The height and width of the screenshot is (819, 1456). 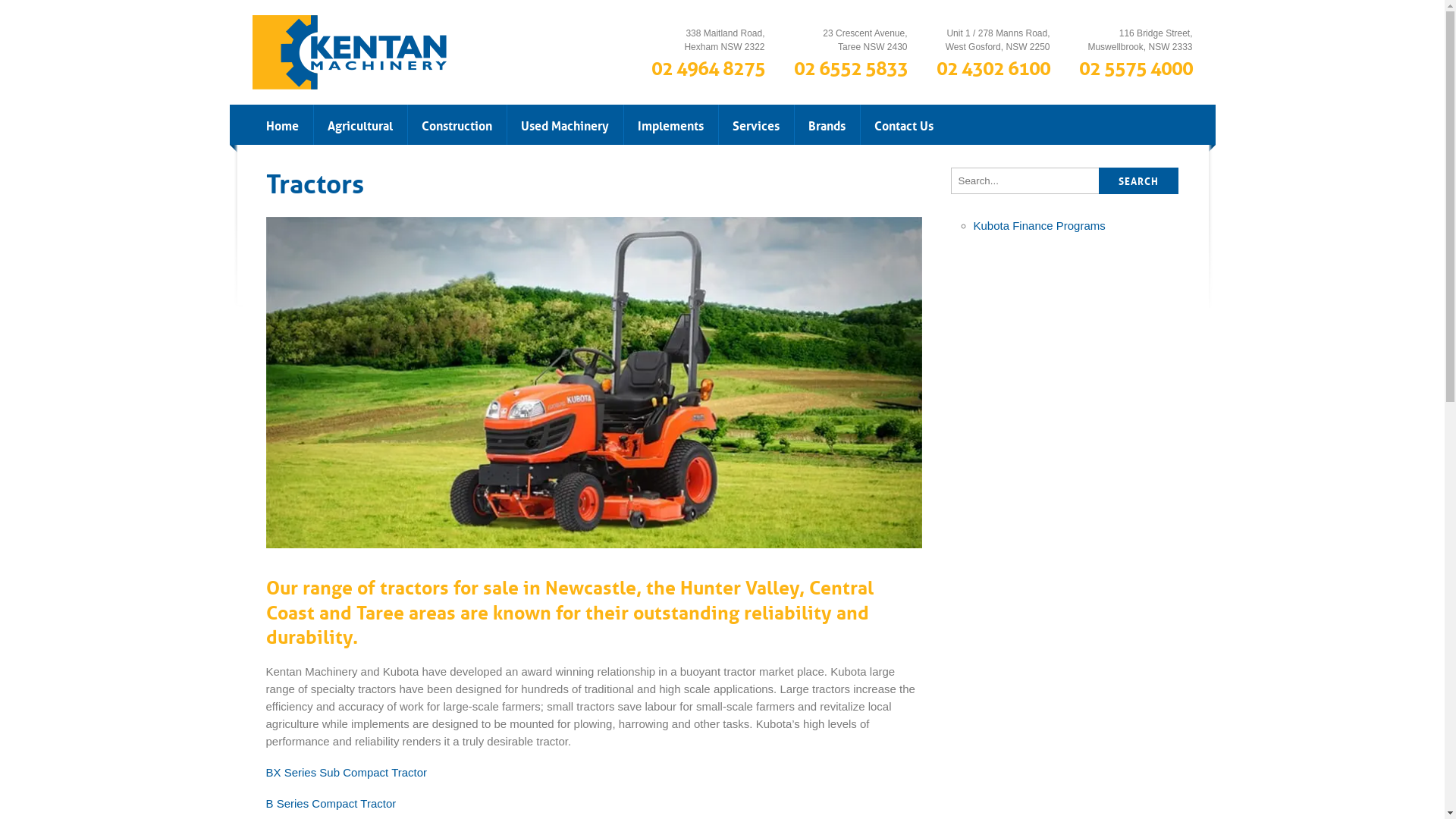 What do you see at coordinates (716, 124) in the screenshot?
I see `'Services'` at bounding box center [716, 124].